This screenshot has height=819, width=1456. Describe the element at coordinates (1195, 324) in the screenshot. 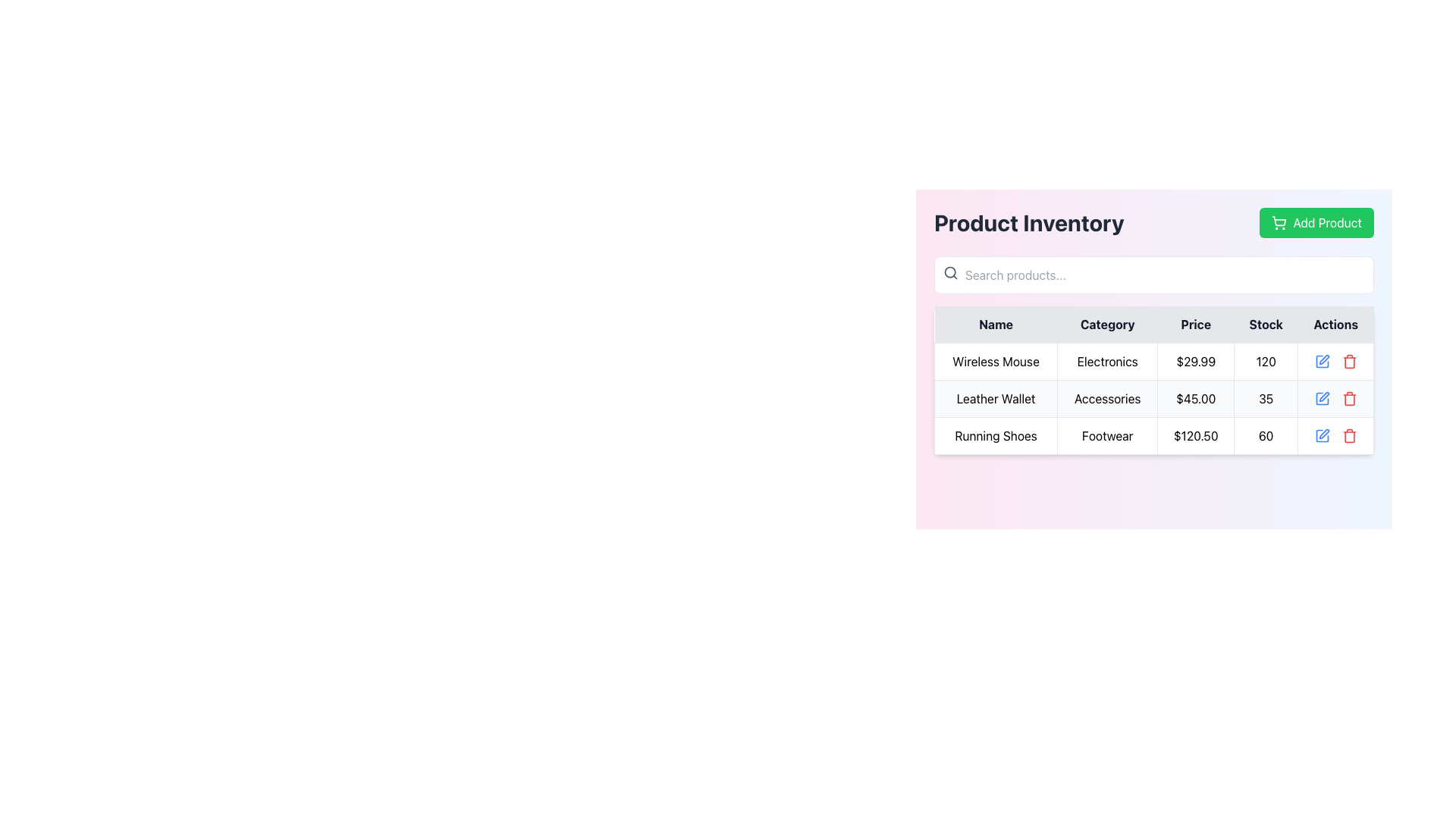

I see `the Price column header label that indicates the prices of the listed products in the table, which is the third entry in the header row, located between 'Category' and 'Stock'` at that location.